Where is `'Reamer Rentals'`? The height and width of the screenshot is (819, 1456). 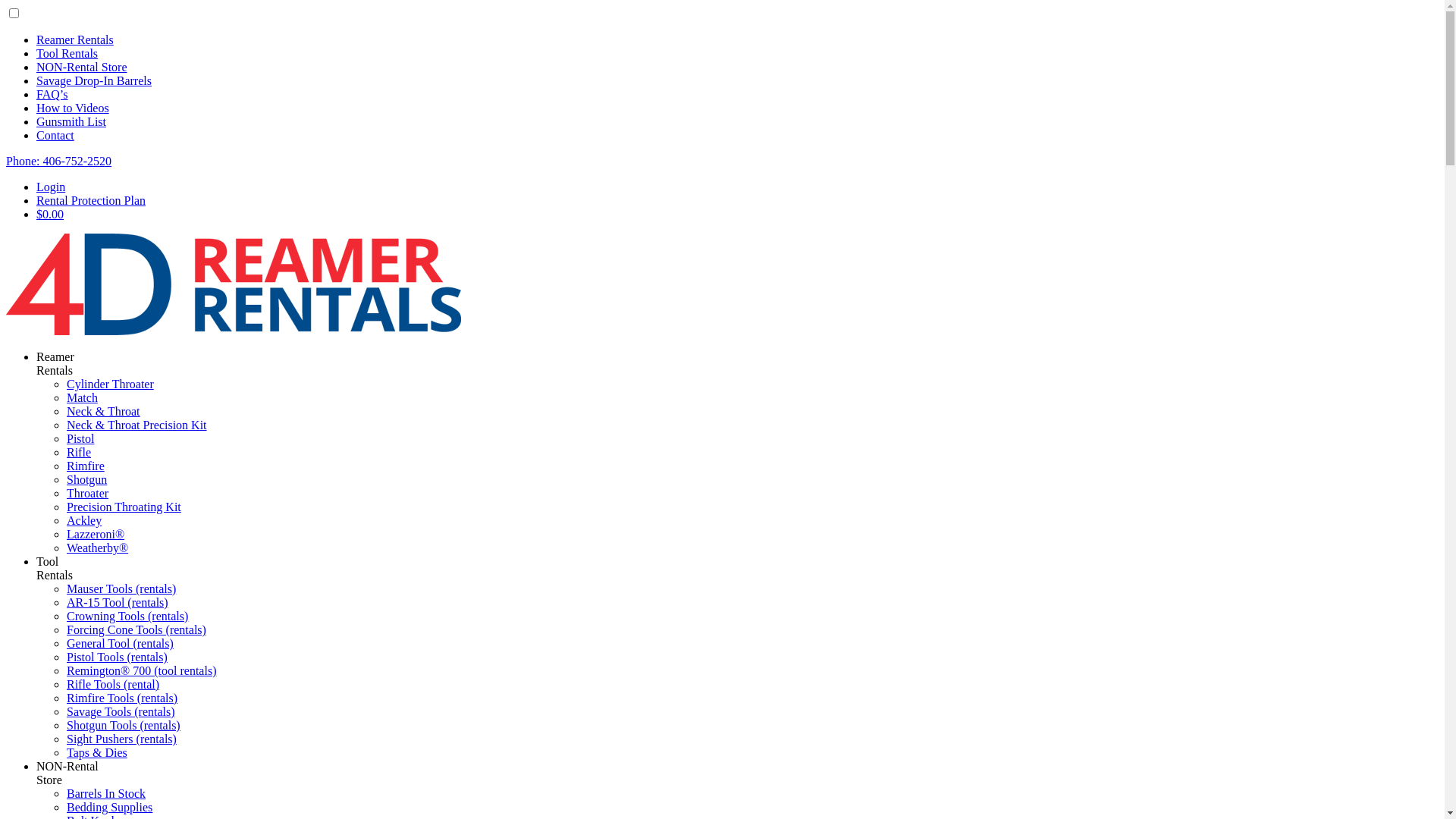 'Reamer Rentals' is located at coordinates (74, 39).